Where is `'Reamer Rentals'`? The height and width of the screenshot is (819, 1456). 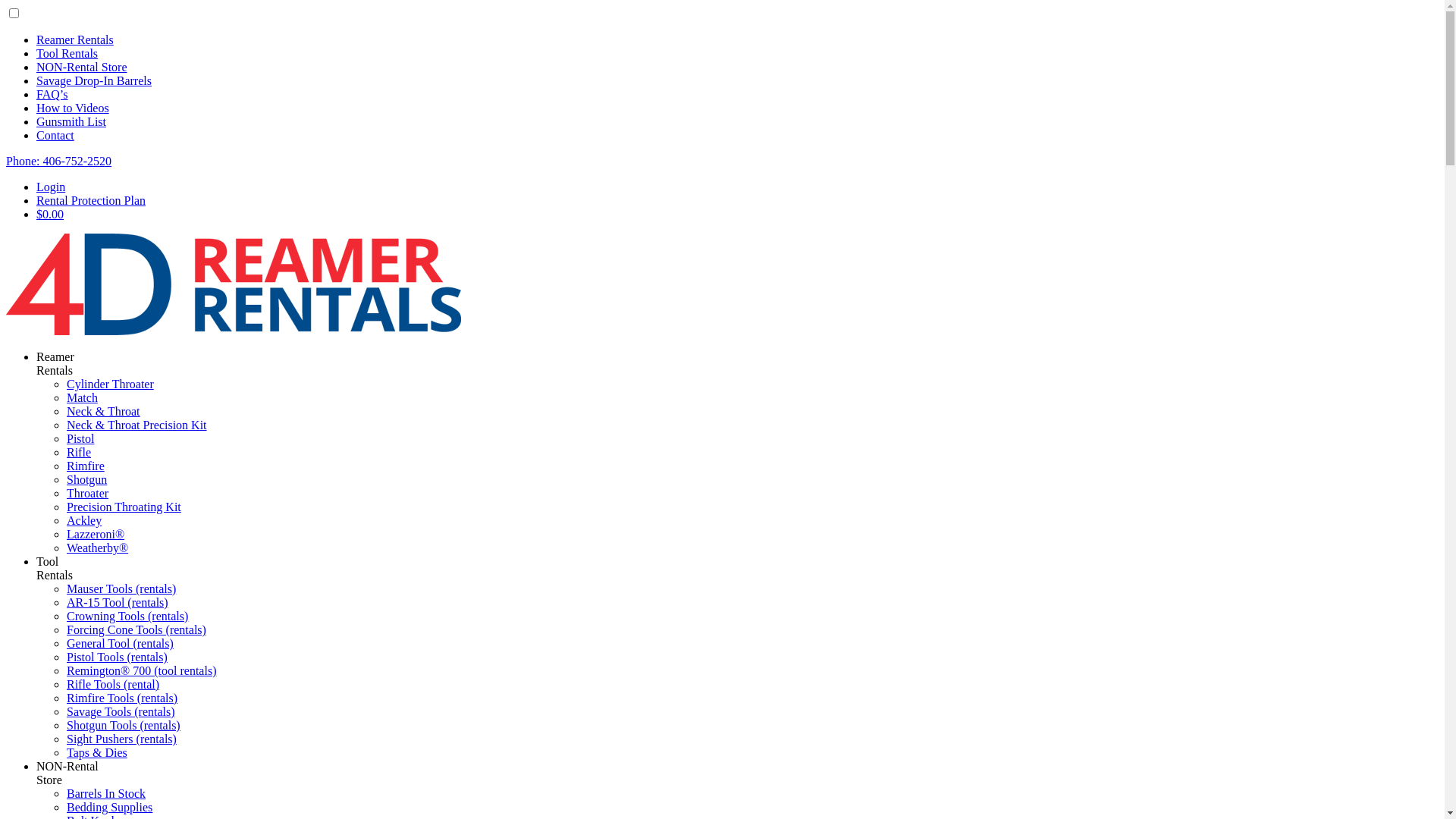 'Reamer Rentals' is located at coordinates (74, 39).